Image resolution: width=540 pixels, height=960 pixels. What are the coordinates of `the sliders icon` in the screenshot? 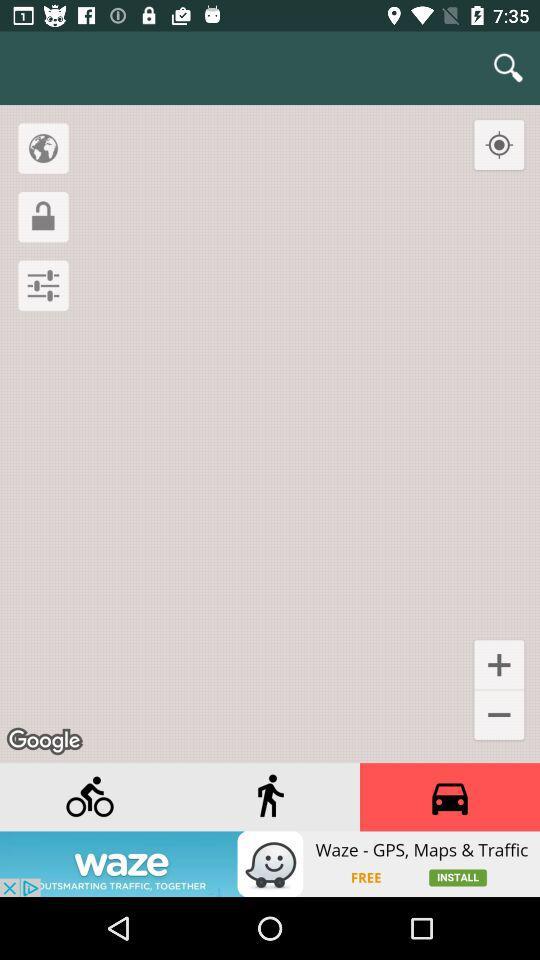 It's located at (43, 284).